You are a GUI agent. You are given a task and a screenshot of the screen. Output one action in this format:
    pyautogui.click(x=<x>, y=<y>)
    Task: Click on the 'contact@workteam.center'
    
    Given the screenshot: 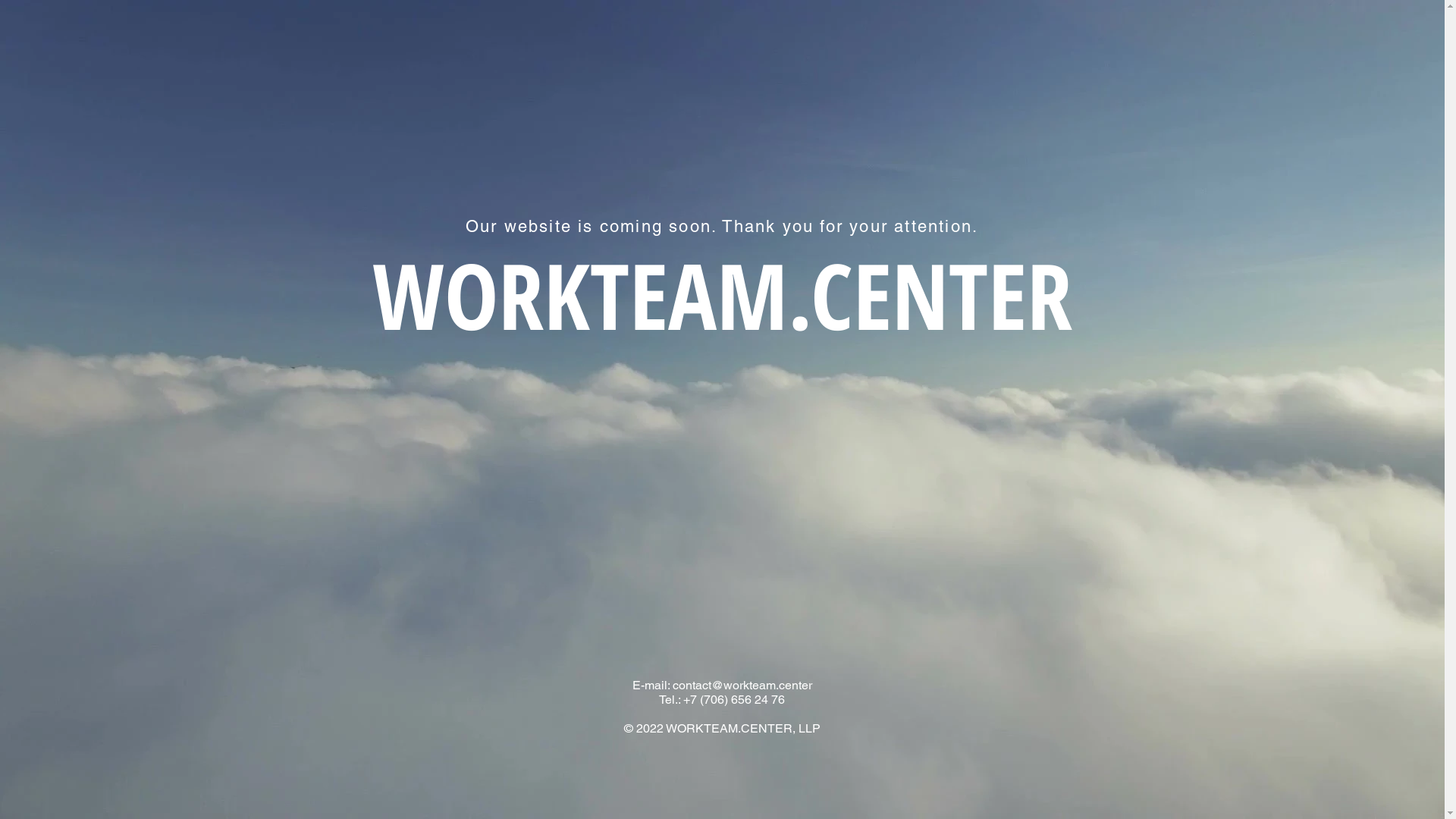 What is the action you would take?
    pyautogui.click(x=742, y=685)
    